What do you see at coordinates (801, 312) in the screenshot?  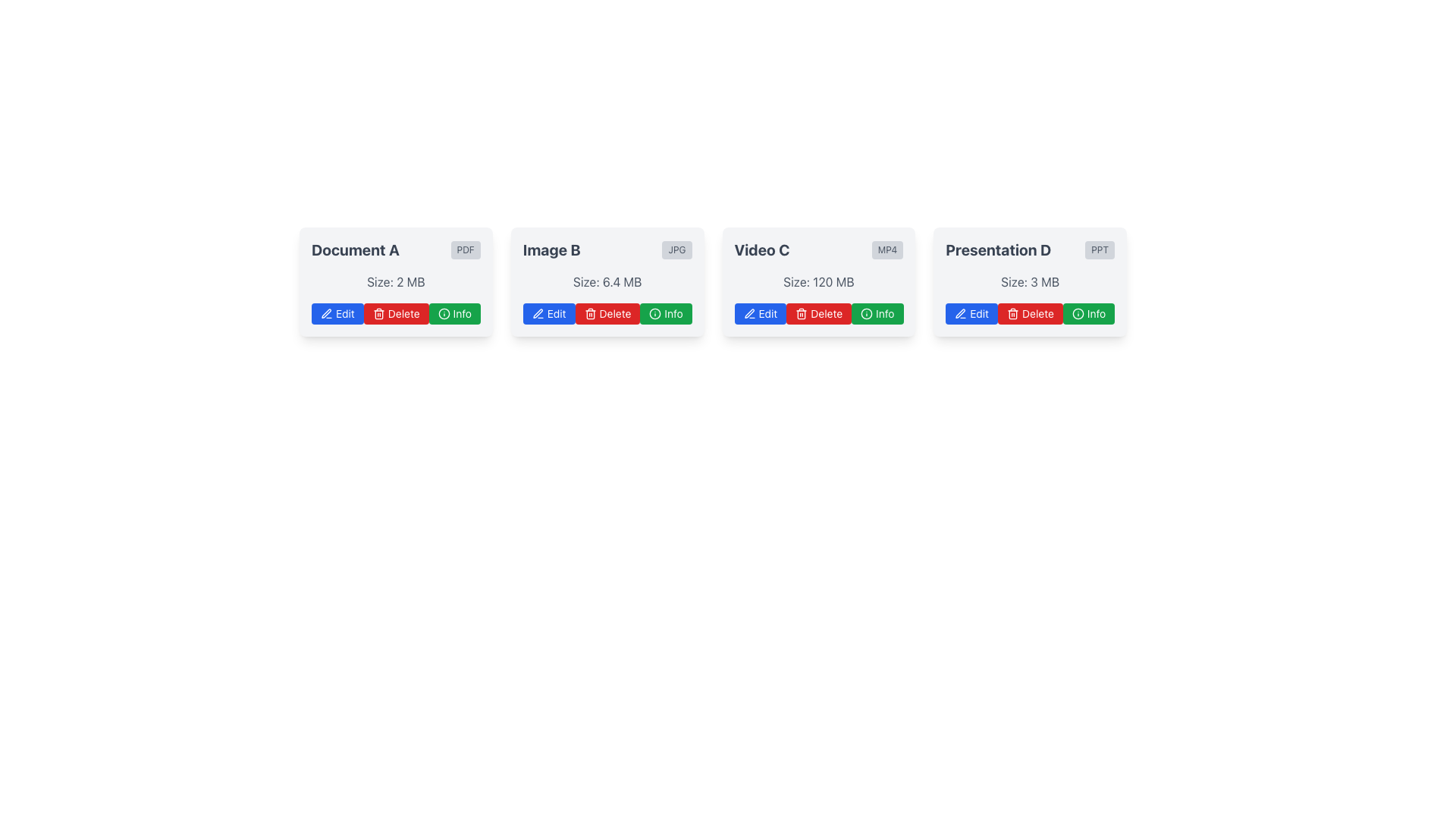 I see `the trash can icon located on the leftmost side of the 'Delete' button, which is the second button in a row of three ('Edit', 'Delete', 'Info') at the bottom of a card` at bounding box center [801, 312].